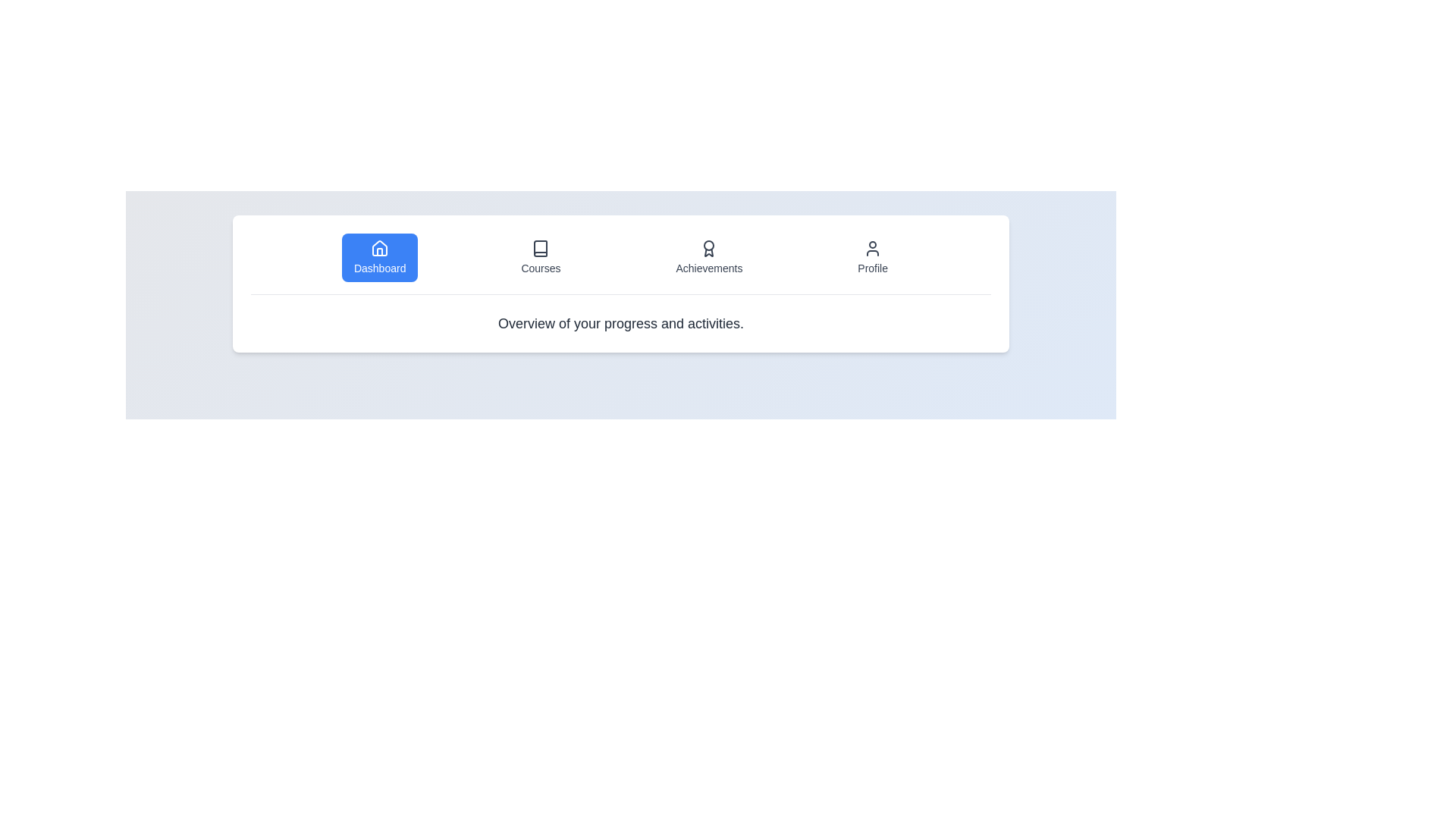 The image size is (1456, 819). I want to click on the 'Achievements' button, which features a medal-like icon above the text, so click(708, 256).